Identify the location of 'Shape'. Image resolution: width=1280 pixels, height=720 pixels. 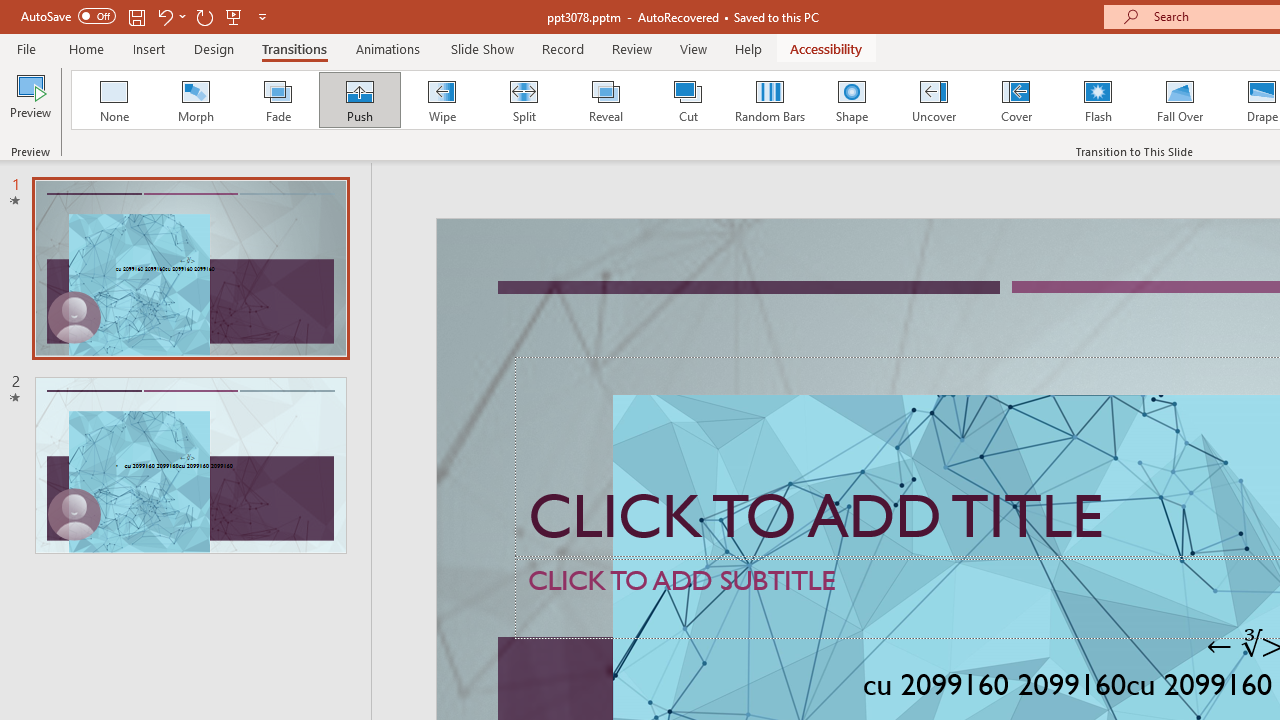
(852, 100).